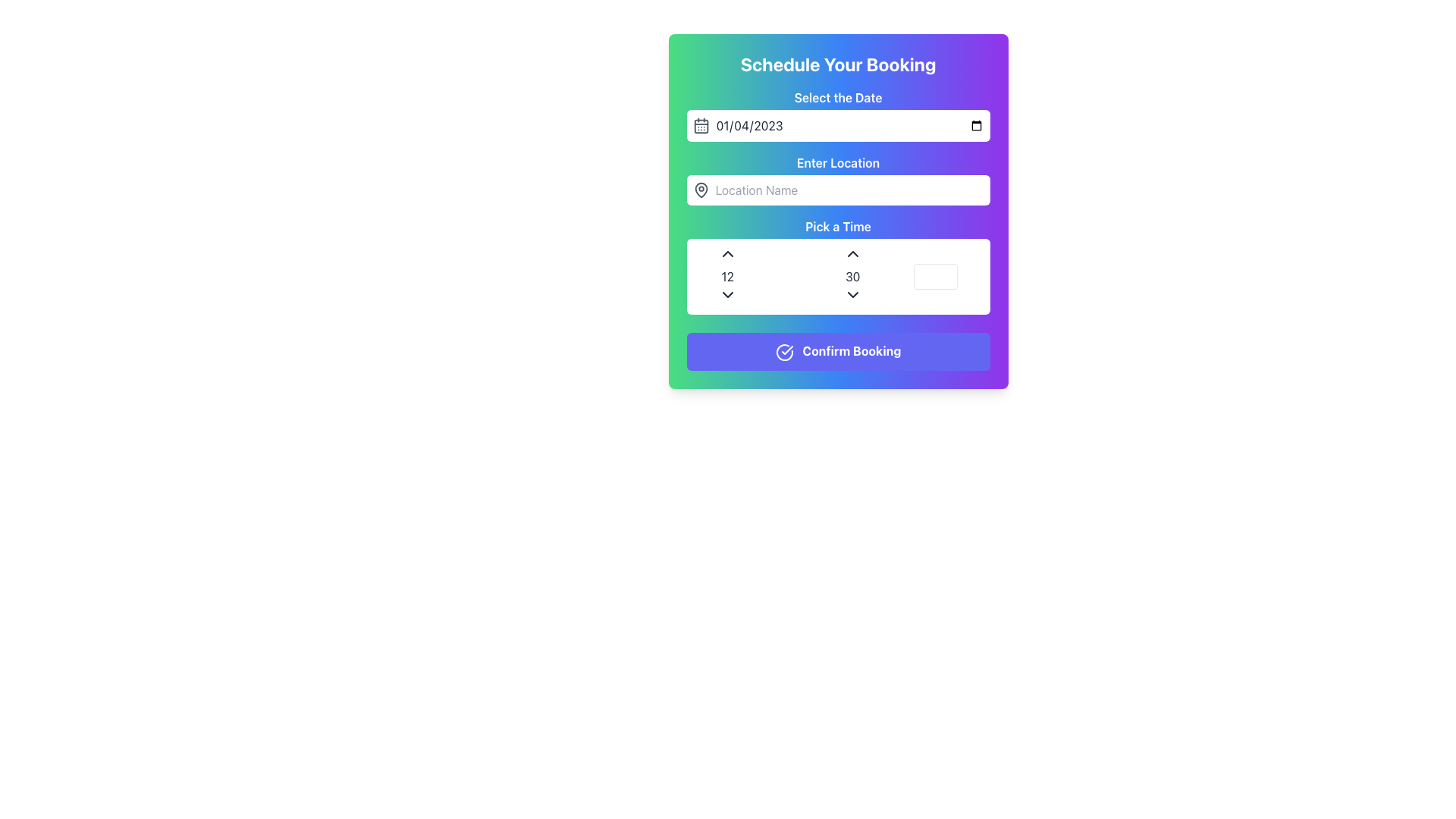  I want to click on the map pin icon located inside the 'Enter Location' input field, which is styled gray and represents a location, so click(700, 189).